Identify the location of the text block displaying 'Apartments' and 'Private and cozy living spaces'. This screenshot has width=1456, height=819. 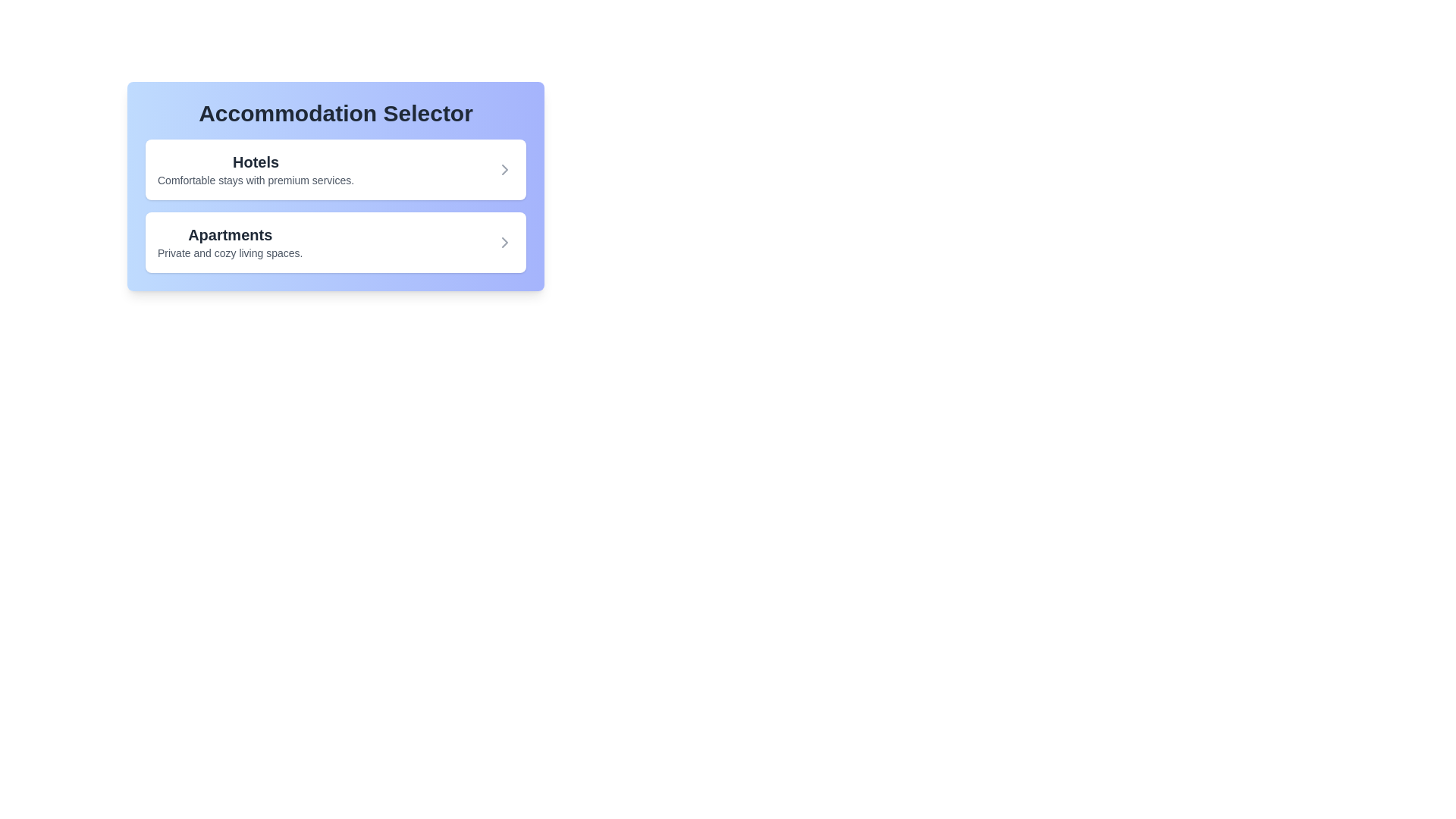
(229, 242).